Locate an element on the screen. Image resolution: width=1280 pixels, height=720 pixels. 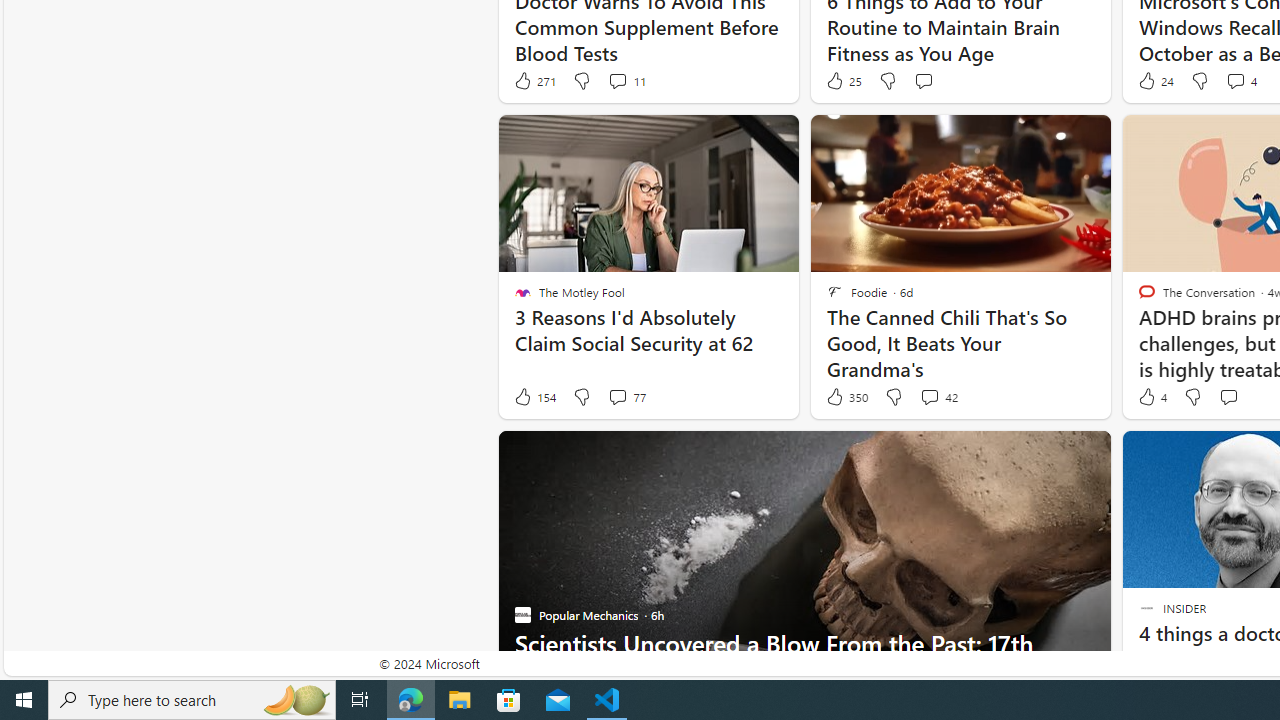
'24 Like' is located at coordinates (1154, 80).